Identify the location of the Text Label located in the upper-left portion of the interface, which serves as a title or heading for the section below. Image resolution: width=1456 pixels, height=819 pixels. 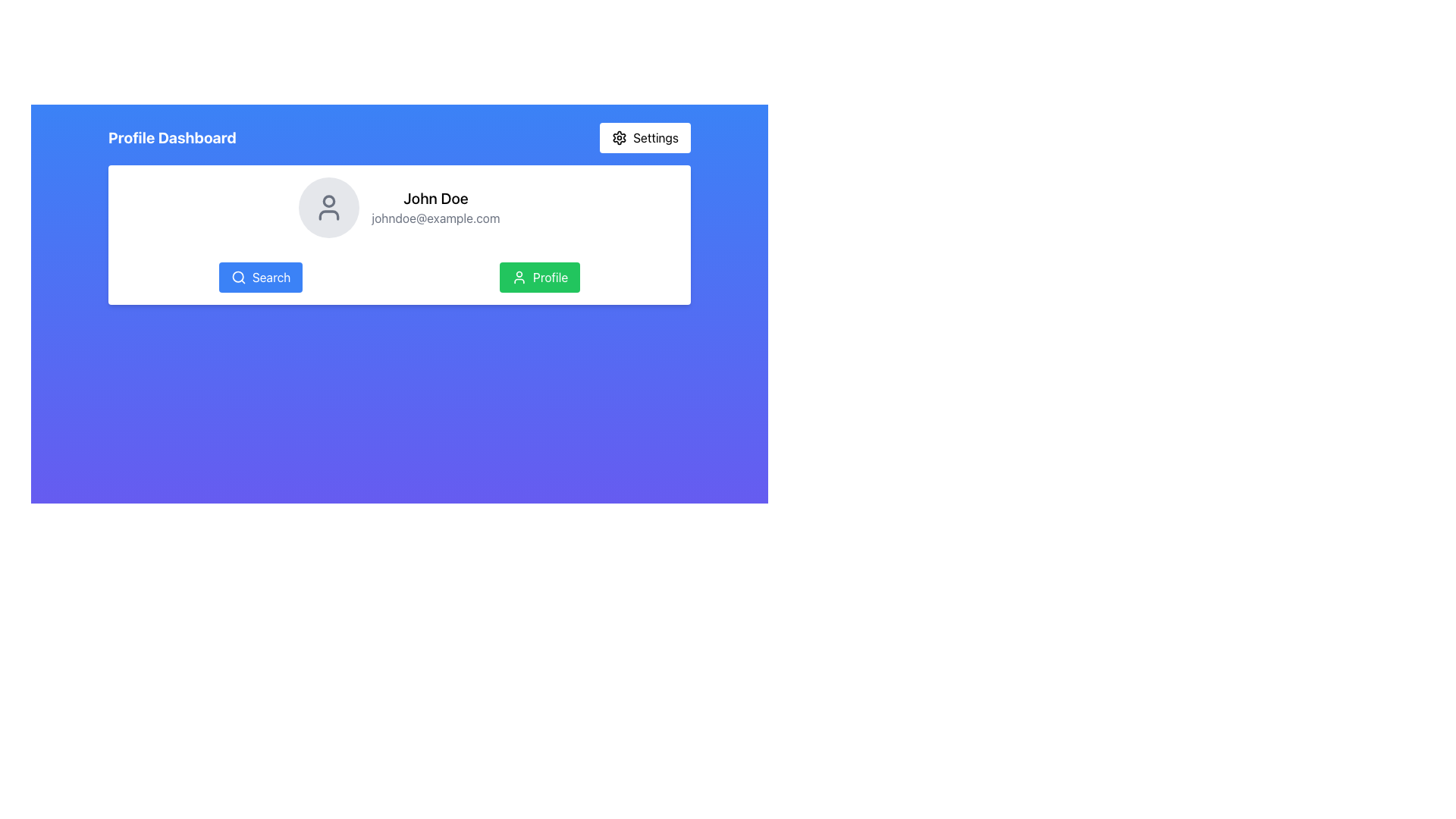
(172, 137).